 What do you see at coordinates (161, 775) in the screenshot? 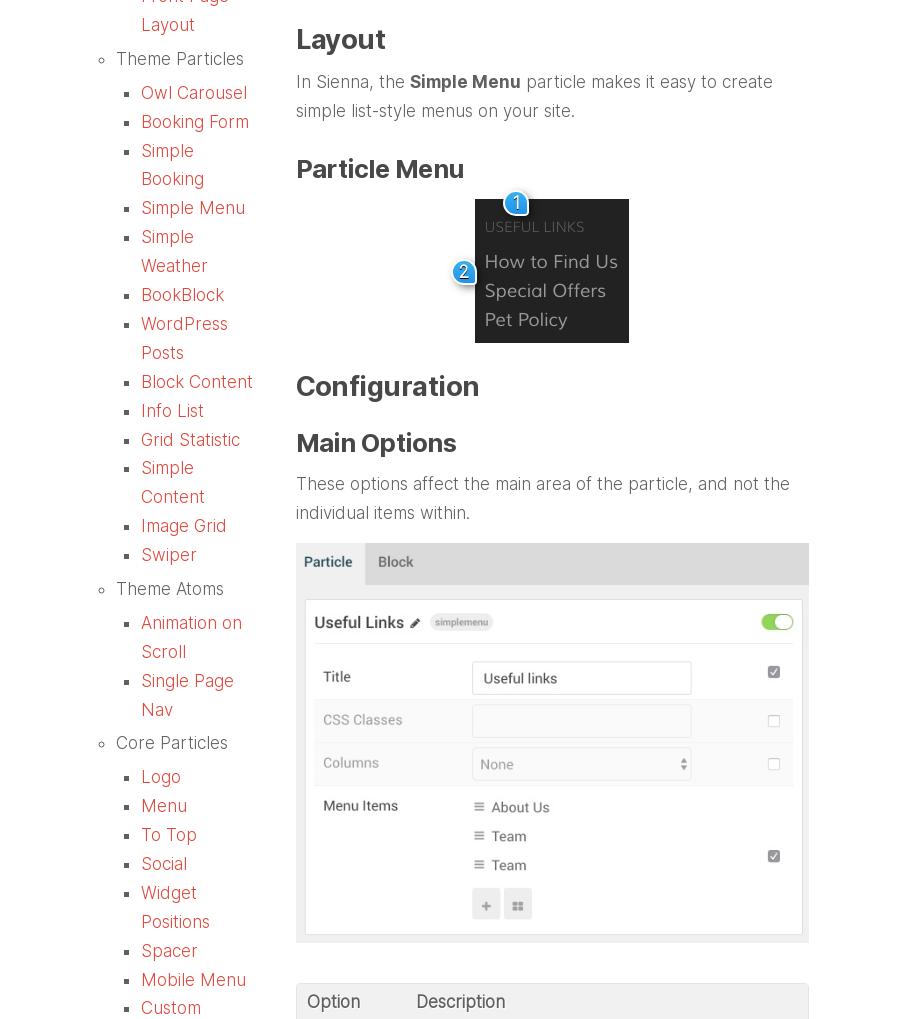
I see `'Logo'` at bounding box center [161, 775].